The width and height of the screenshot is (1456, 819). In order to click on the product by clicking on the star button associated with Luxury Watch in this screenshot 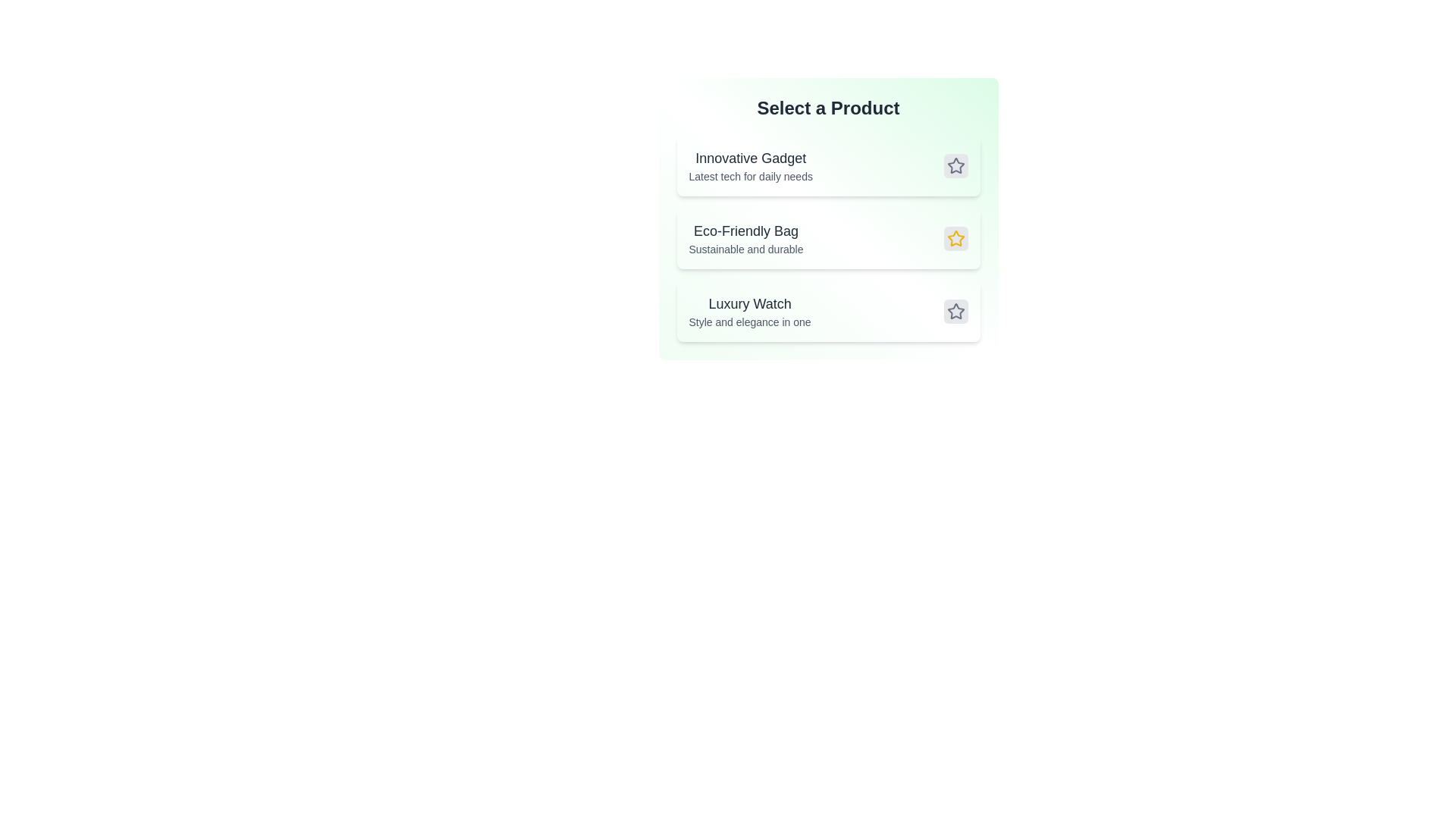, I will do `click(955, 311)`.